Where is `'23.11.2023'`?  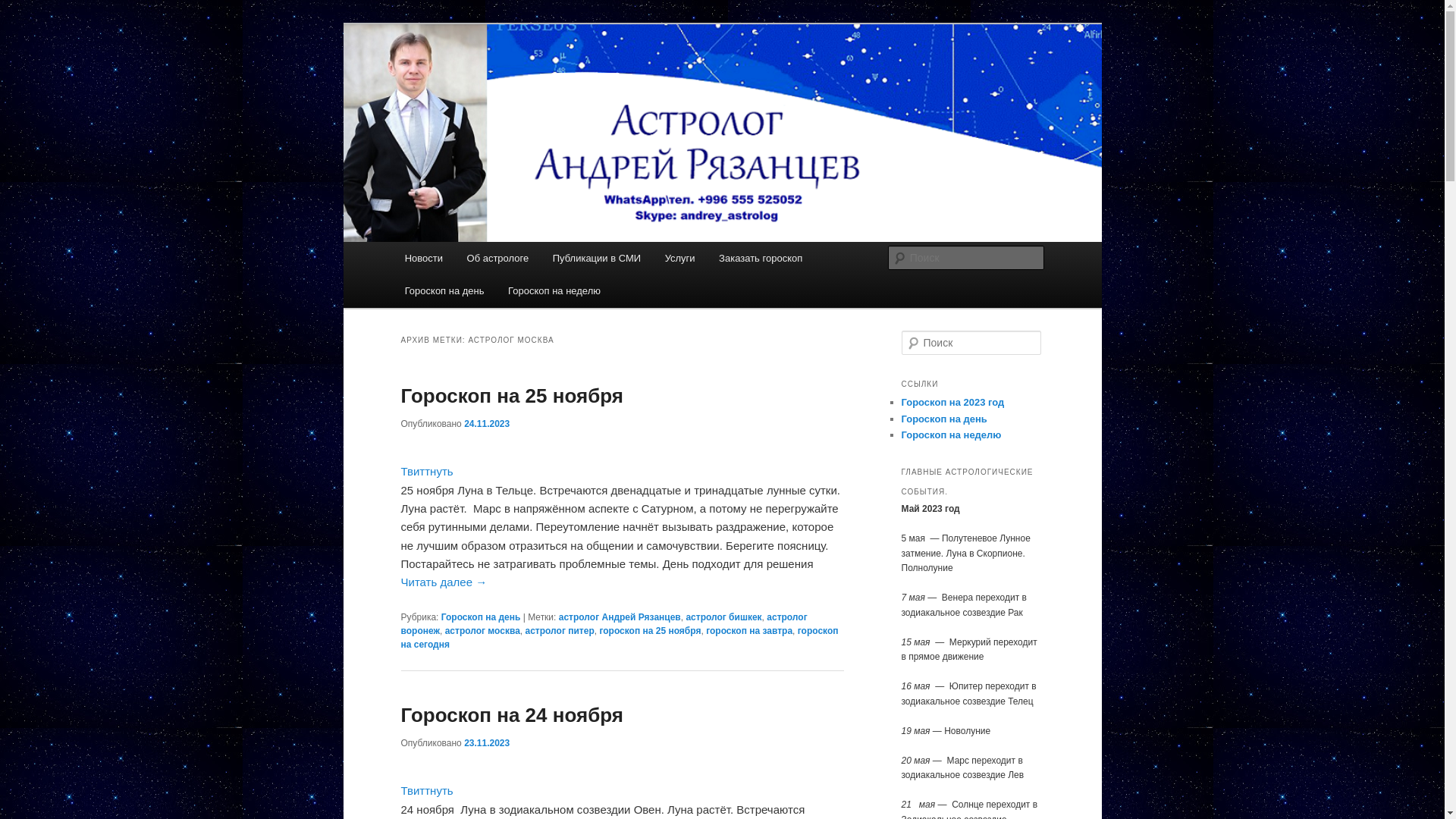
'23.11.2023' is located at coordinates (463, 742).